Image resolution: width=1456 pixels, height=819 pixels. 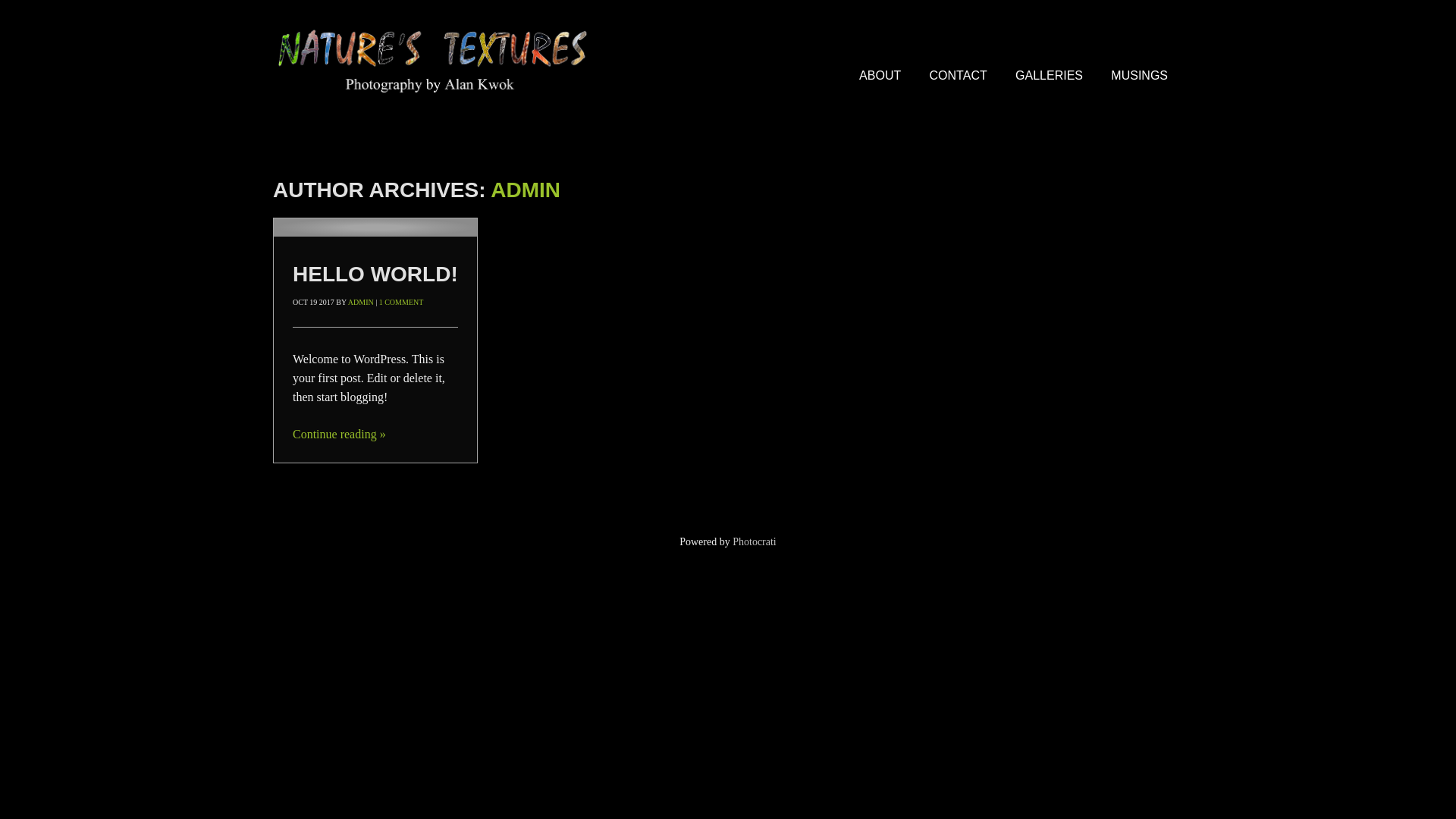 What do you see at coordinates (1048, 76) in the screenshot?
I see `'GALLERIES'` at bounding box center [1048, 76].